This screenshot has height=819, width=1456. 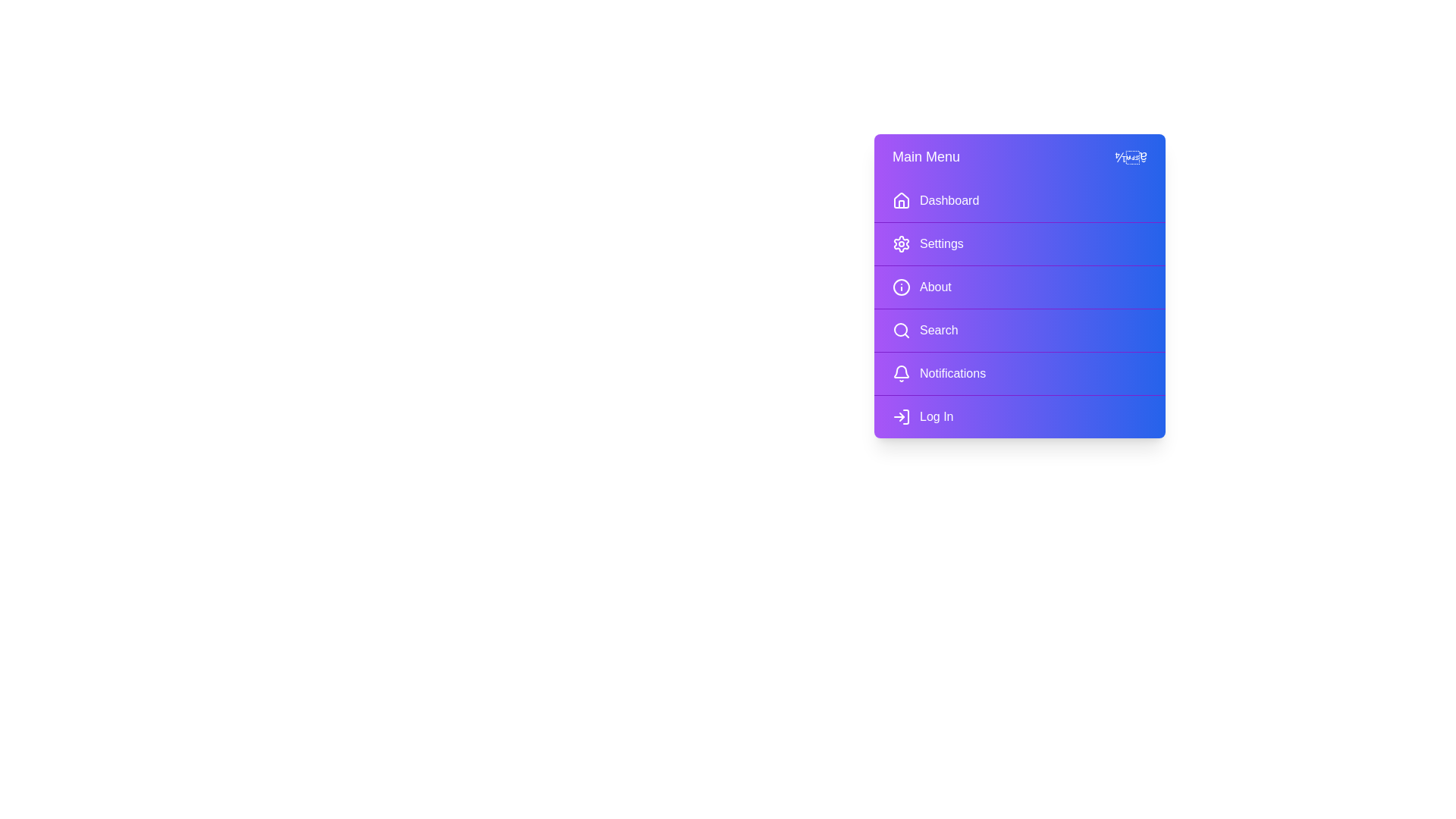 I want to click on the menu item Dashboard to highlight it, so click(x=1019, y=200).